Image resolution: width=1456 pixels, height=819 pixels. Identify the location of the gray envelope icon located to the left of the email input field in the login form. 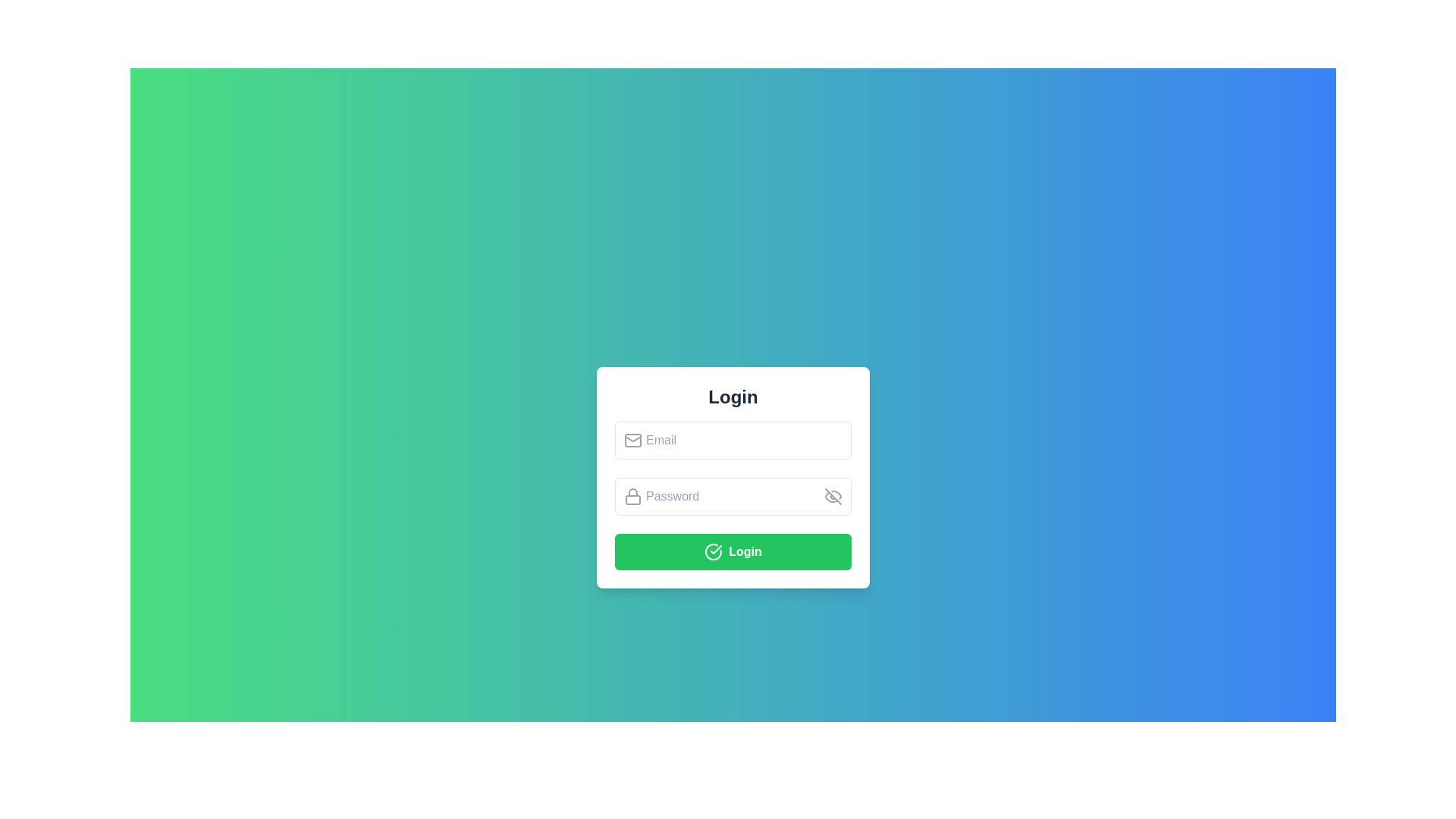
(633, 439).